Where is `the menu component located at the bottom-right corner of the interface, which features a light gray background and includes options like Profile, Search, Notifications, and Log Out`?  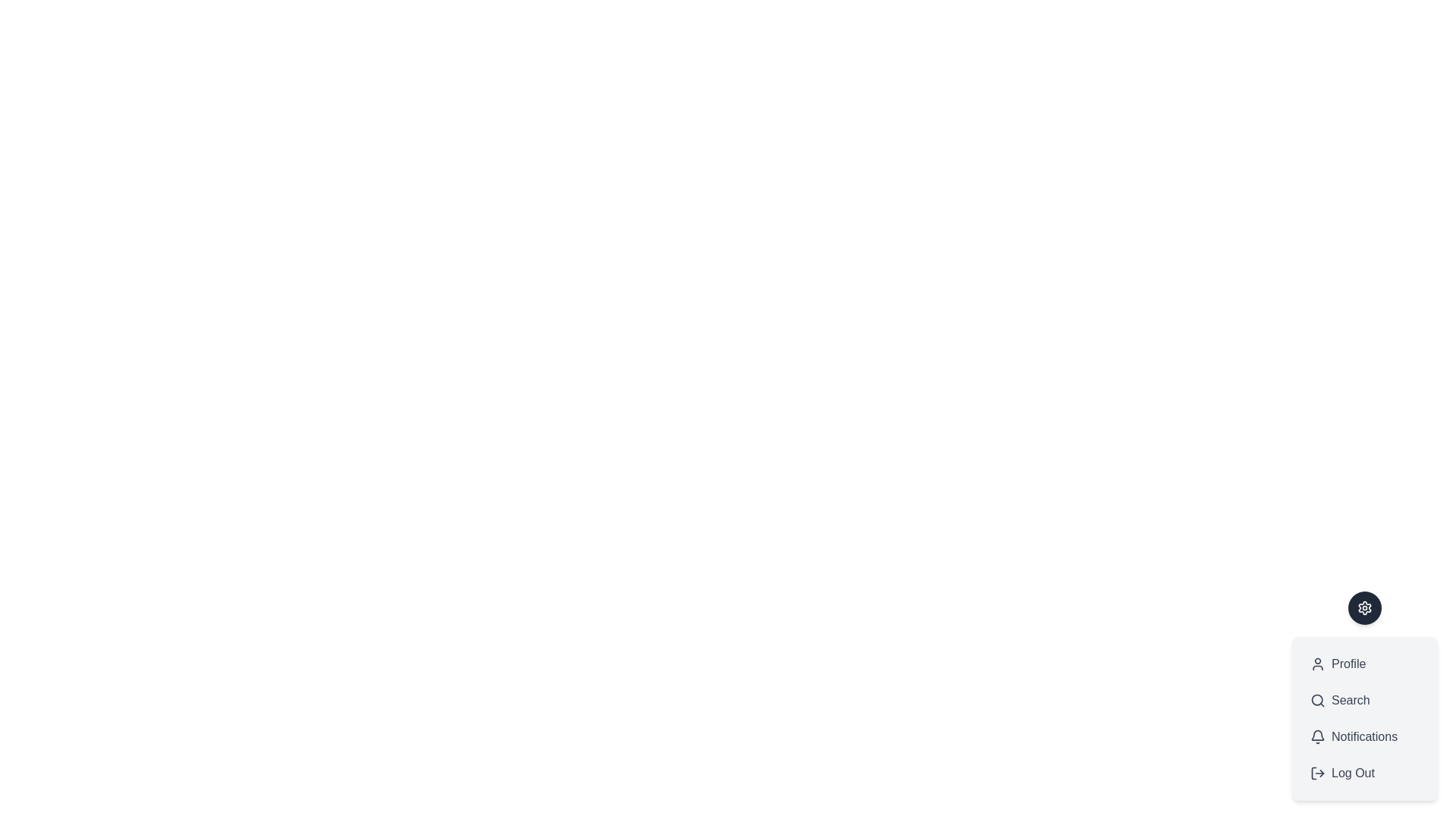 the menu component located at the bottom-right corner of the interface, which features a light gray background and includes options like Profile, Search, Notifications, and Log Out is located at coordinates (1365, 718).